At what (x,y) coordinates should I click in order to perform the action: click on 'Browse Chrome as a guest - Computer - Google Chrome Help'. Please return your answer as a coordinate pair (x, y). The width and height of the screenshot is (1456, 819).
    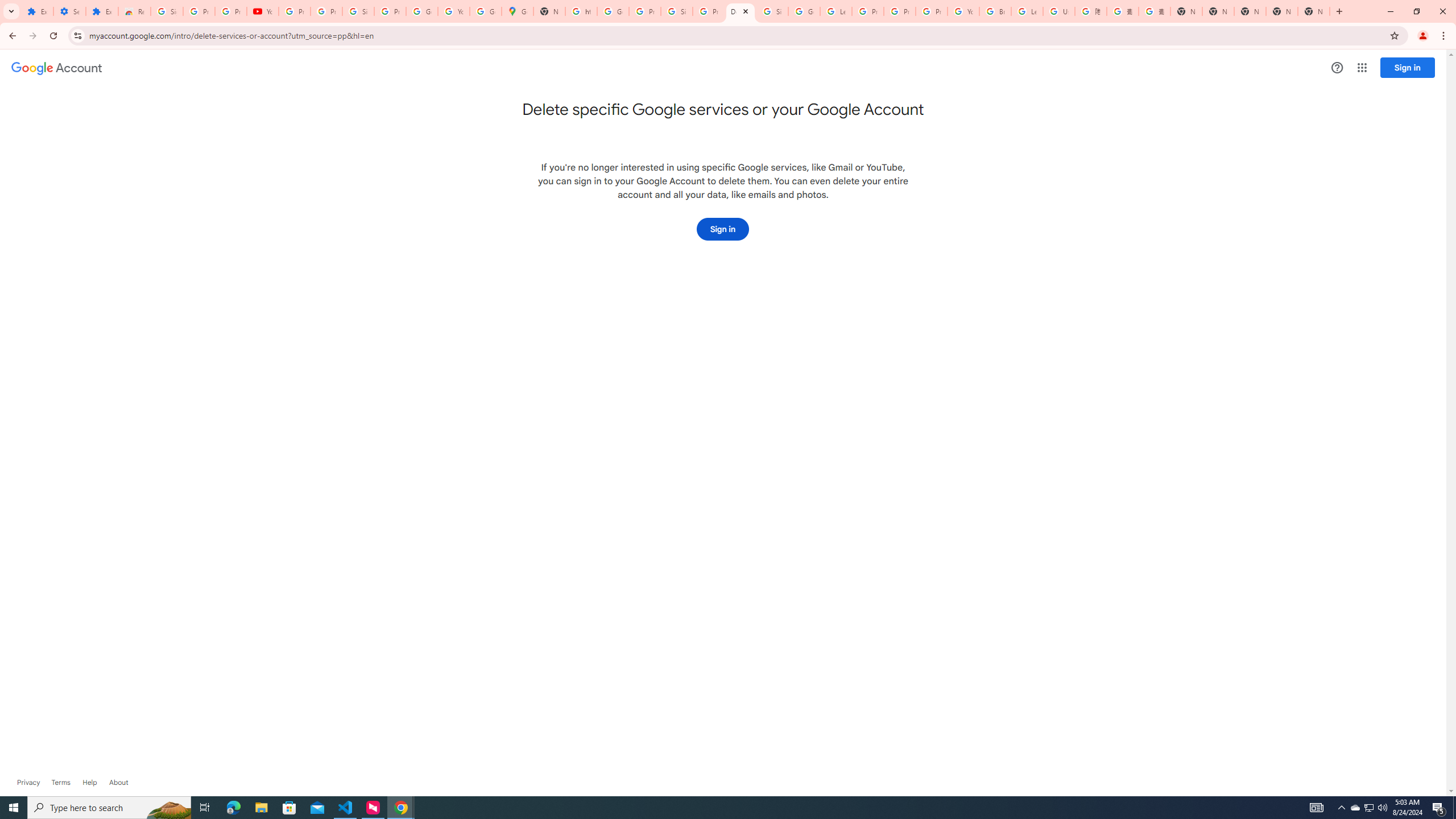
    Looking at the image, I should click on (994, 11).